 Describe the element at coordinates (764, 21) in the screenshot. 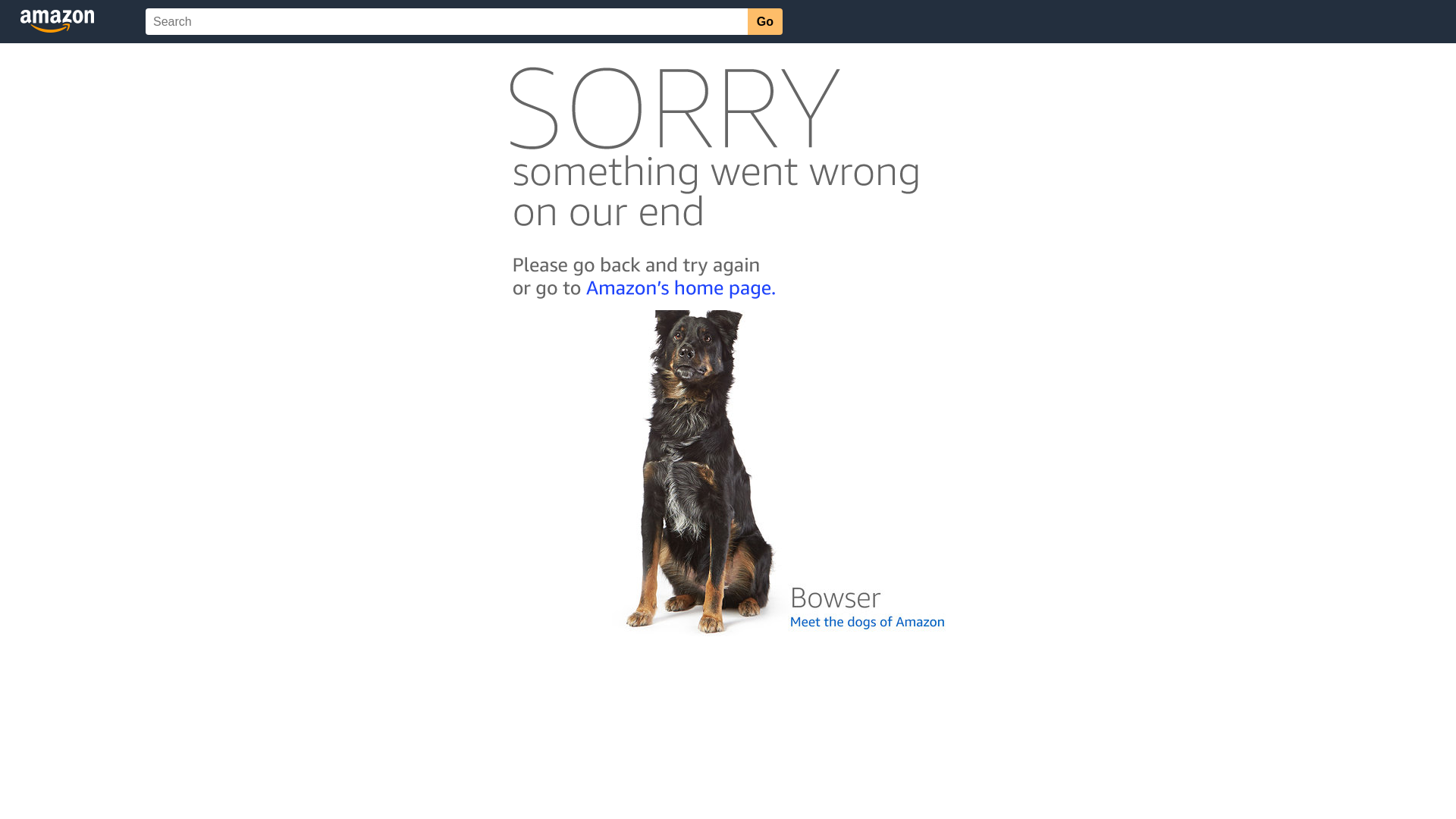

I see `'Go'` at that location.